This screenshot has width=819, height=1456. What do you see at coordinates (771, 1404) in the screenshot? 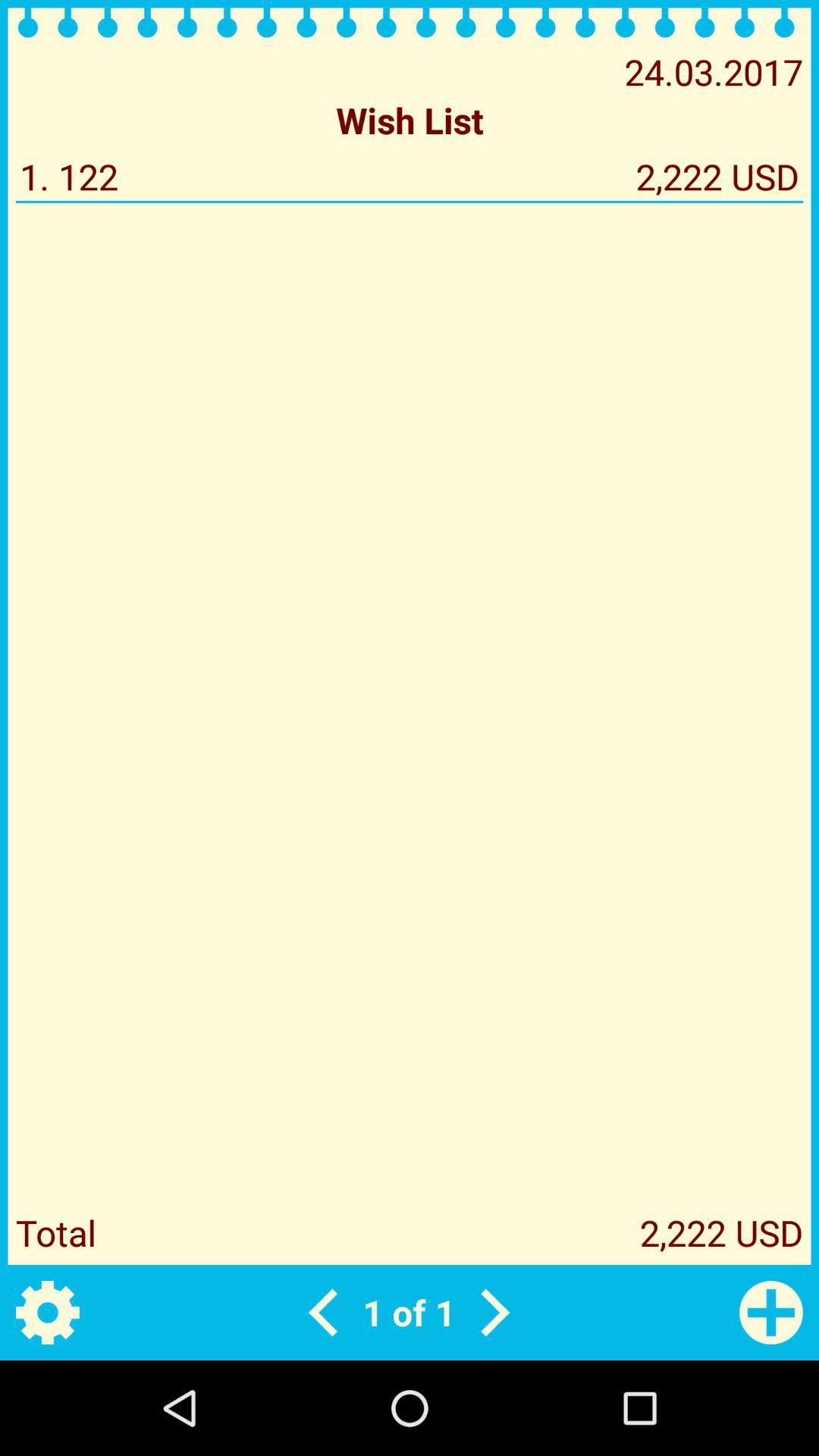
I see `the add icon` at bounding box center [771, 1404].